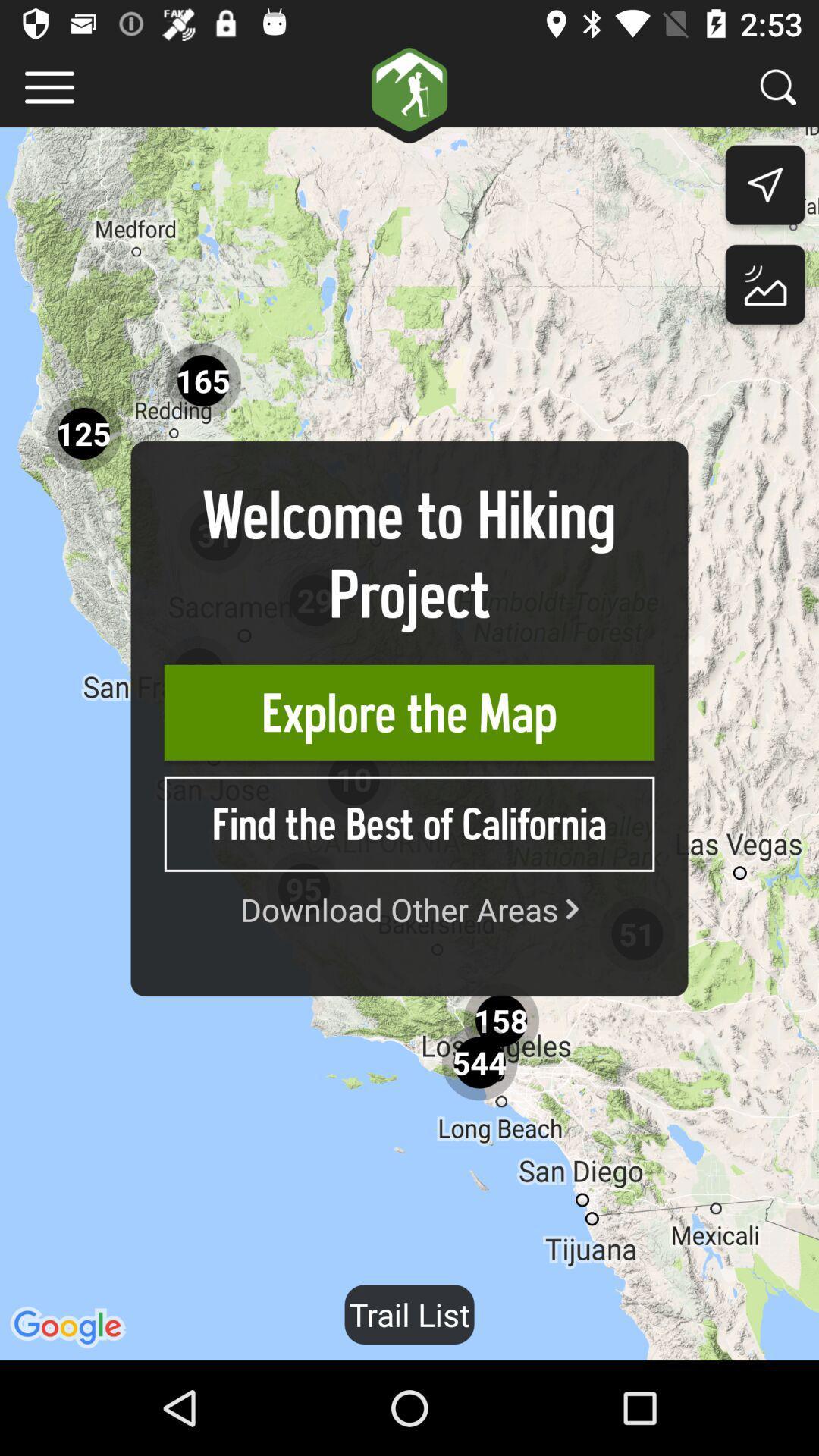 The height and width of the screenshot is (1456, 819). Describe the element at coordinates (778, 86) in the screenshot. I see `search` at that location.